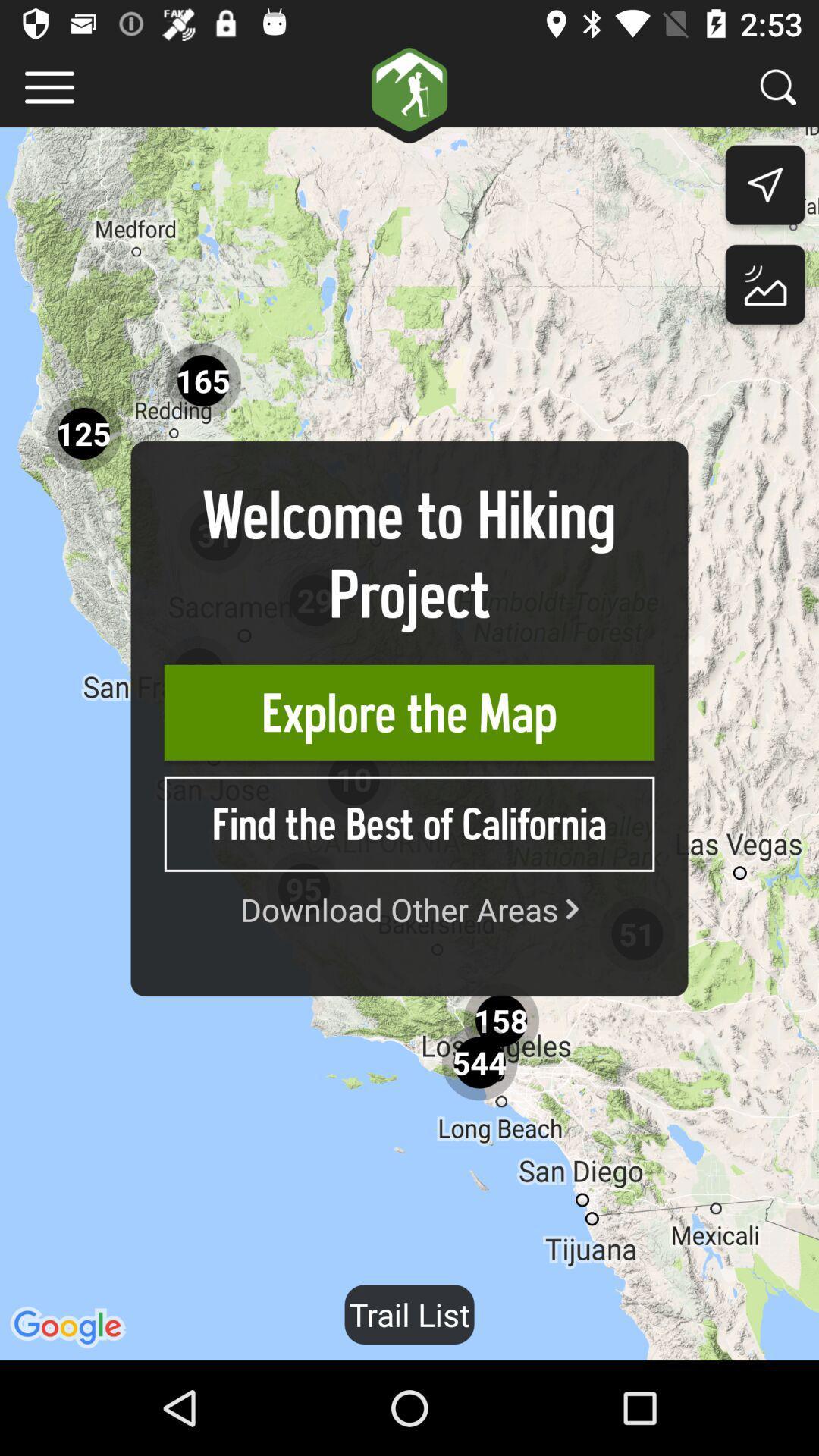 The height and width of the screenshot is (1456, 819). Describe the element at coordinates (778, 86) in the screenshot. I see `search` at that location.